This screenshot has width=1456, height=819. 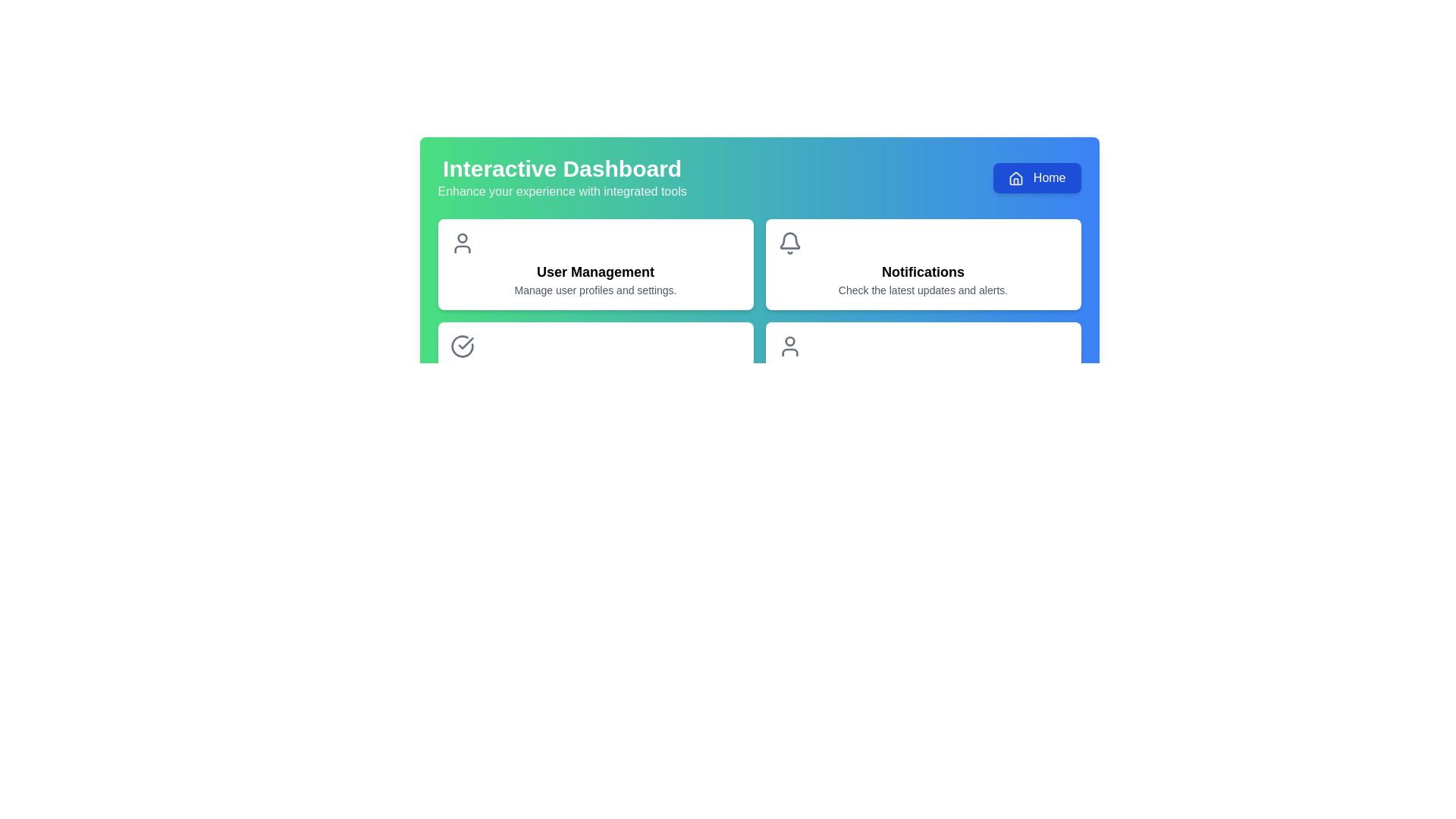 What do you see at coordinates (1016, 177) in the screenshot?
I see `the stylized house-shaped icon within the 'Home' button for information` at bounding box center [1016, 177].